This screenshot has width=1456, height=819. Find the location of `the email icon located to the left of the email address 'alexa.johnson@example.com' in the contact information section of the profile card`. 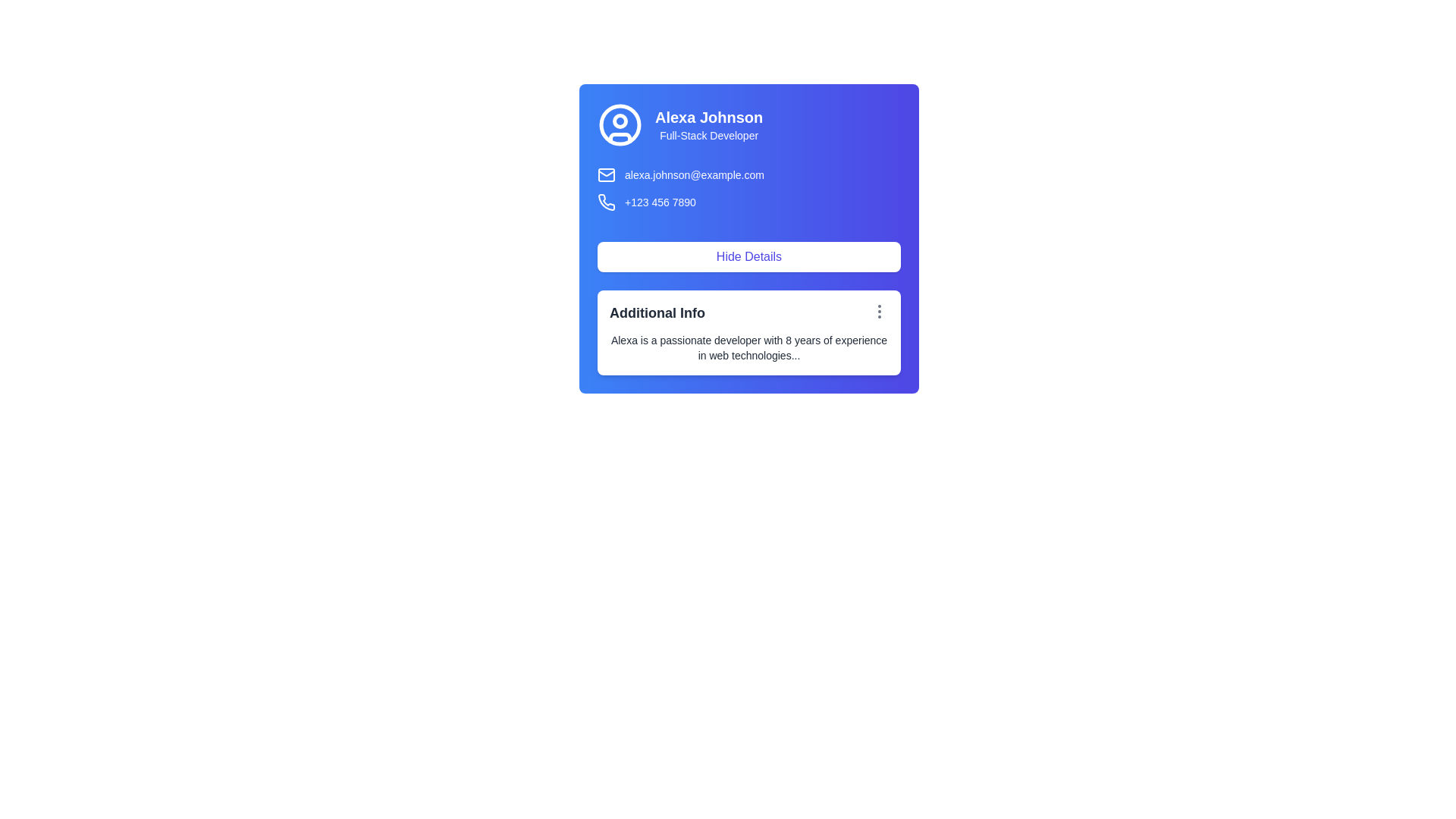

the email icon located to the left of the email address 'alexa.johnson@example.com' in the contact information section of the profile card is located at coordinates (607, 174).